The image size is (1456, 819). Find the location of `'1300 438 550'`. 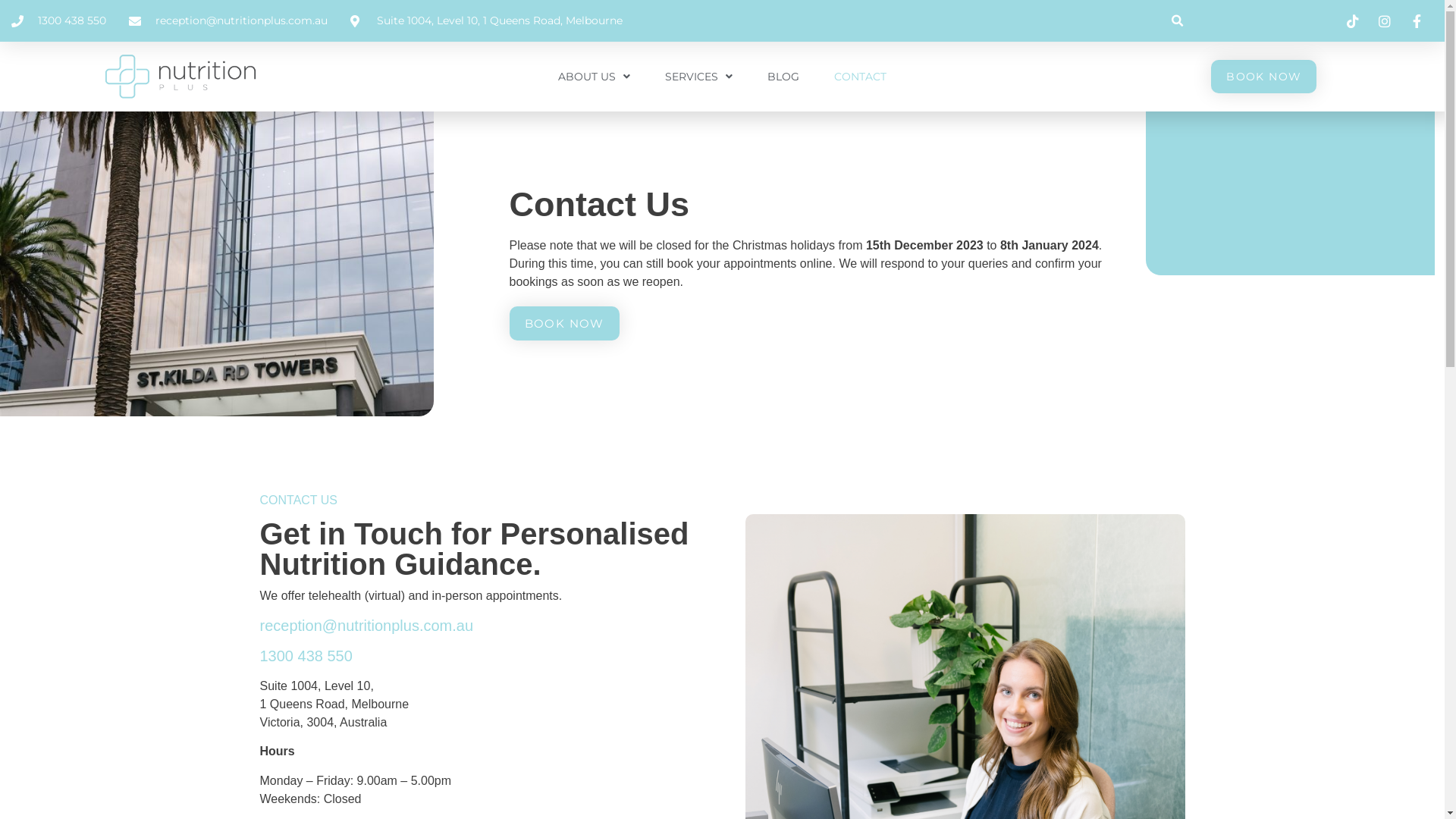

'1300 438 550' is located at coordinates (305, 654).